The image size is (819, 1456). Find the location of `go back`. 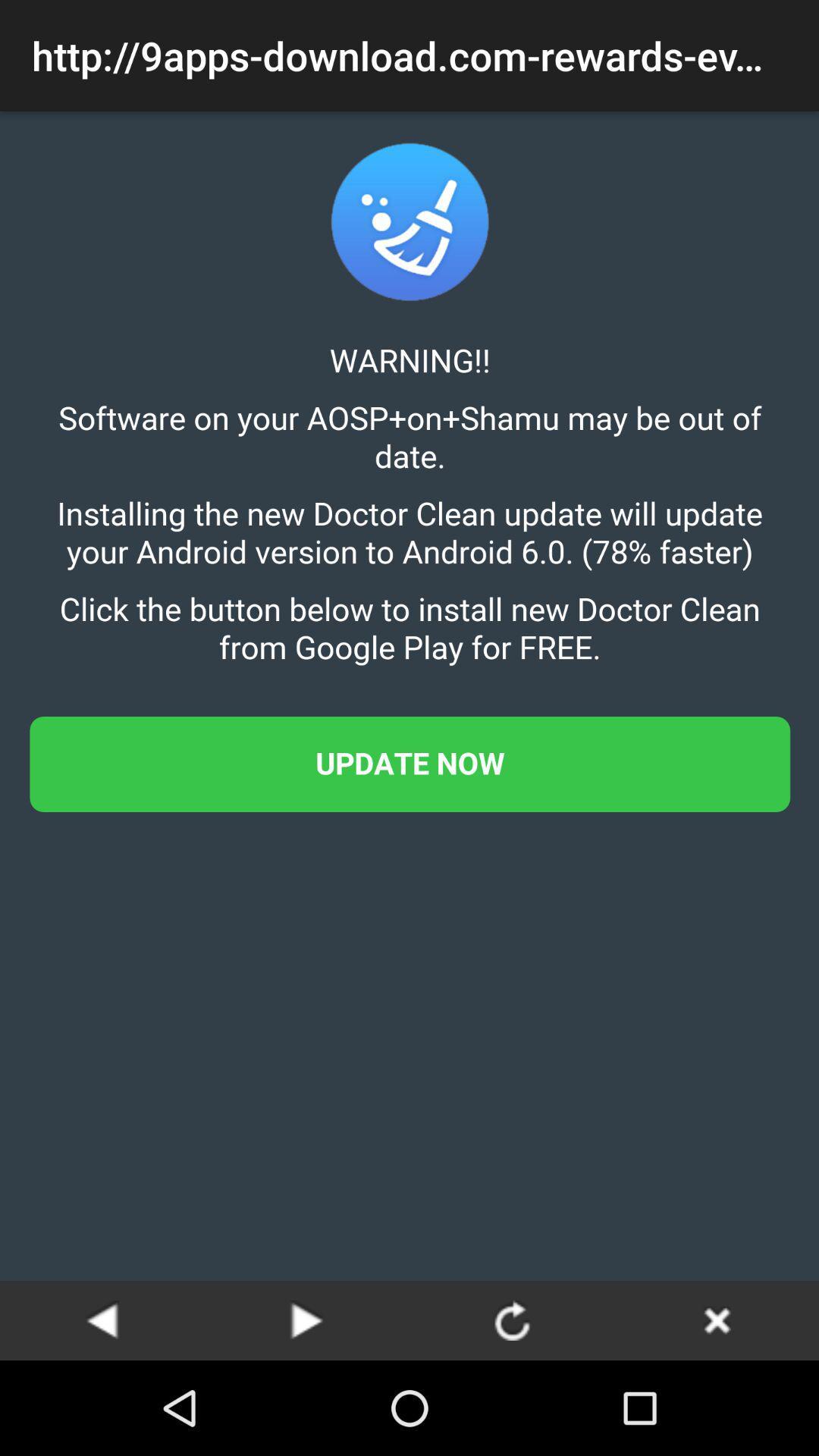

go back is located at coordinates (102, 1319).